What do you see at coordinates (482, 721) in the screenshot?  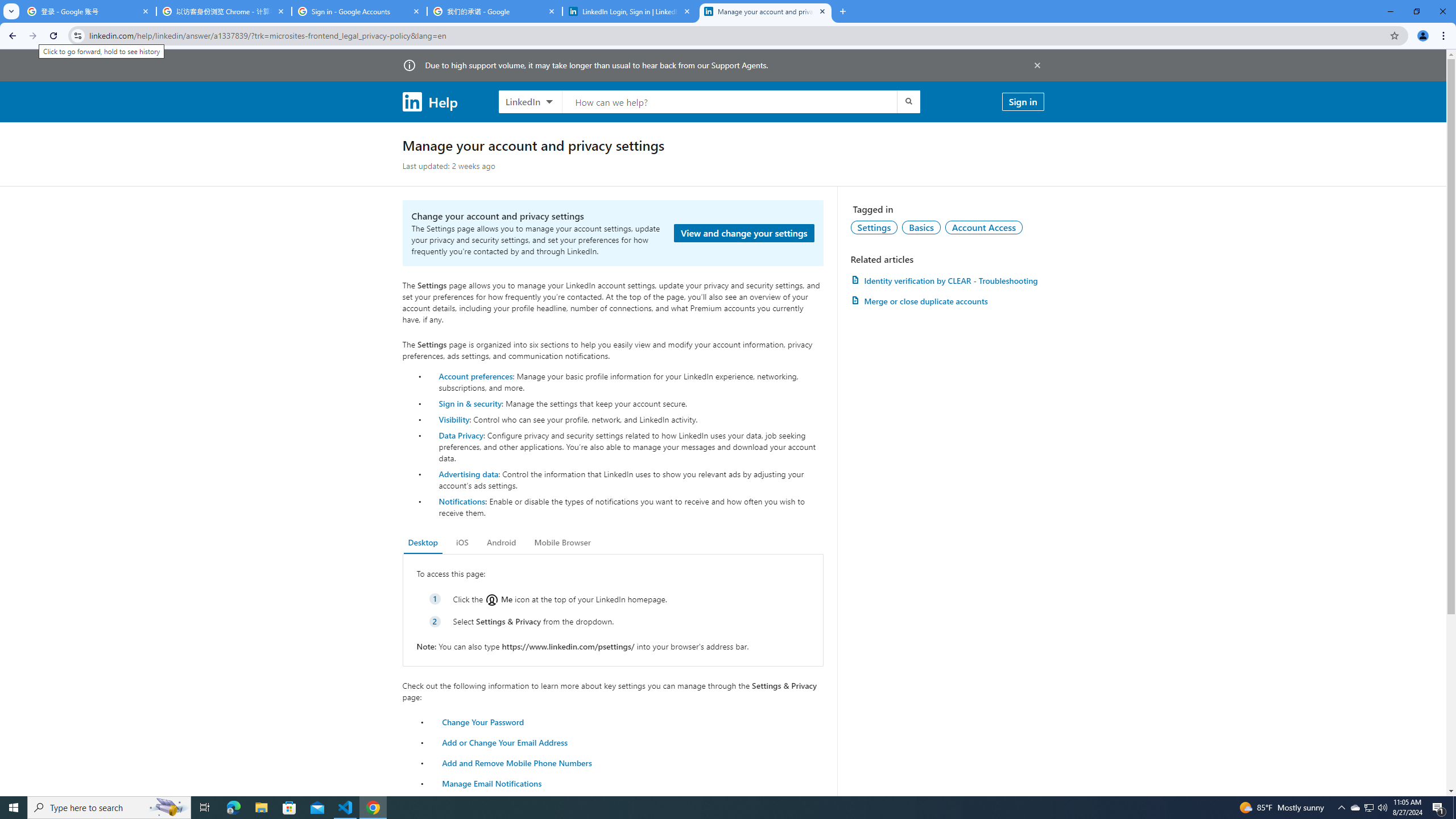 I see `'Change Your Password'` at bounding box center [482, 721].